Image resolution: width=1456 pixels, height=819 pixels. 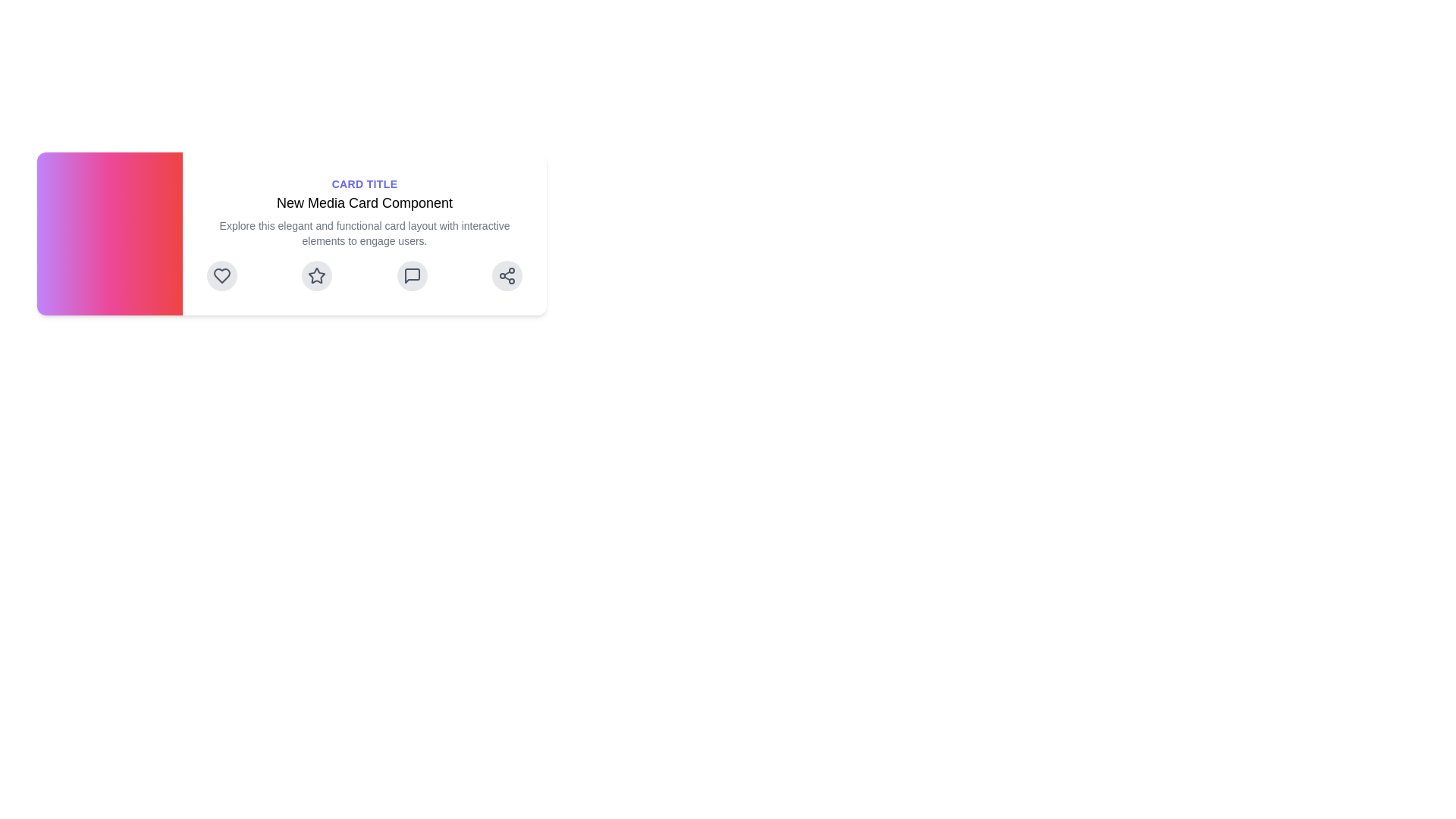 What do you see at coordinates (412, 275) in the screenshot?
I see `the third circular button which allows users` at bounding box center [412, 275].